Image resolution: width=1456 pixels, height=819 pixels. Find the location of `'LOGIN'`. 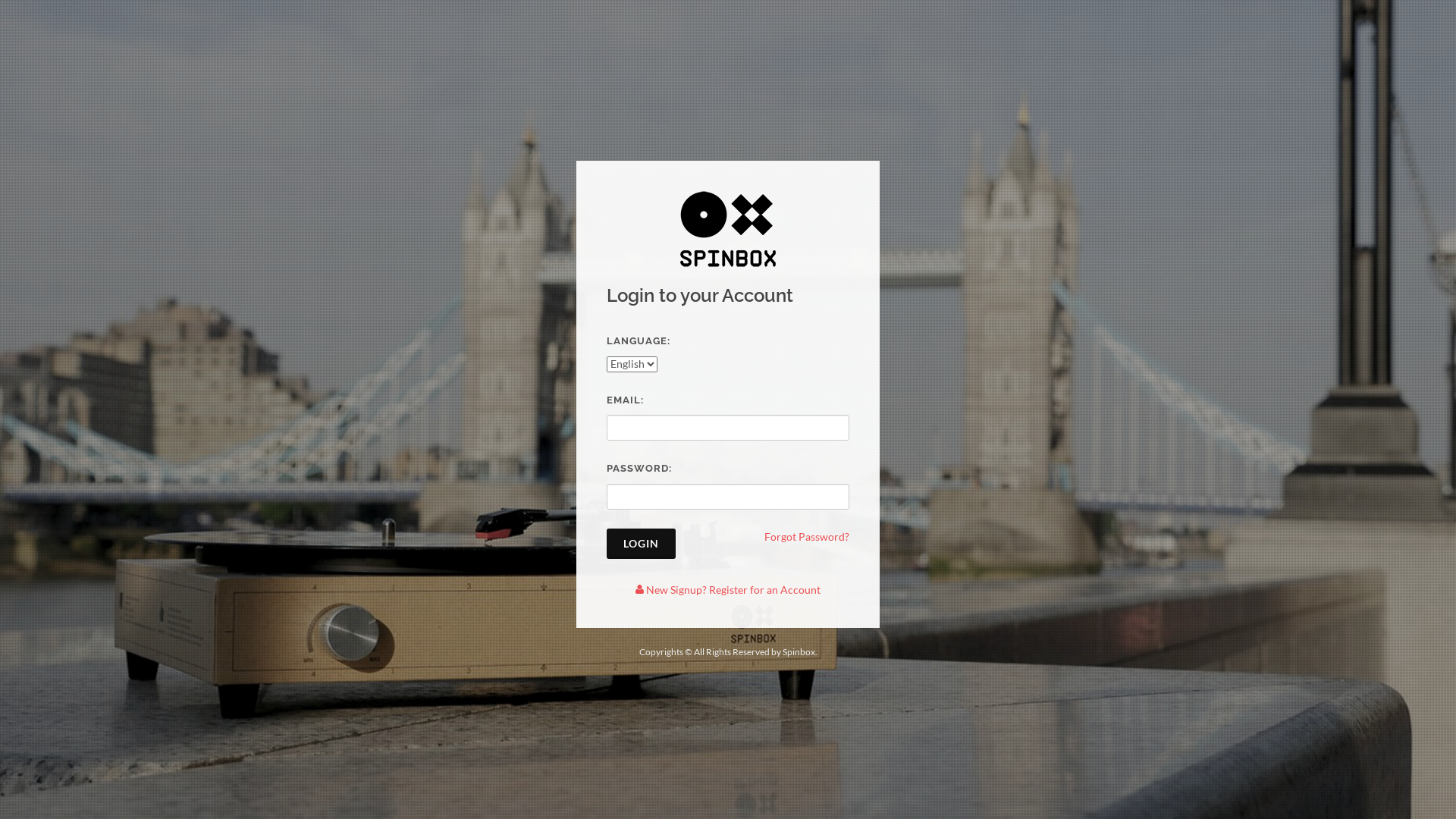

'LOGIN' is located at coordinates (641, 542).